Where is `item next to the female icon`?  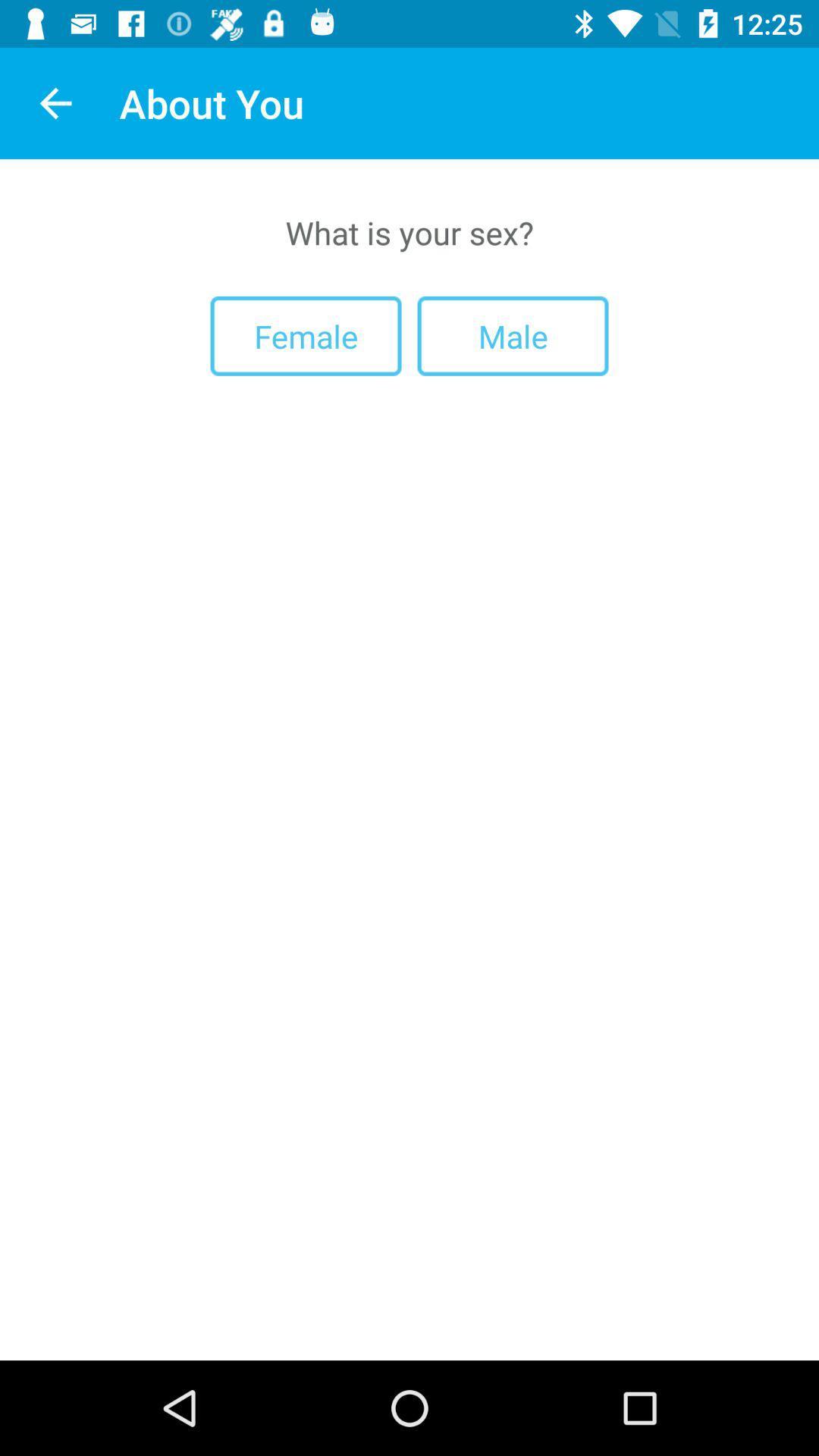 item next to the female icon is located at coordinates (512, 335).